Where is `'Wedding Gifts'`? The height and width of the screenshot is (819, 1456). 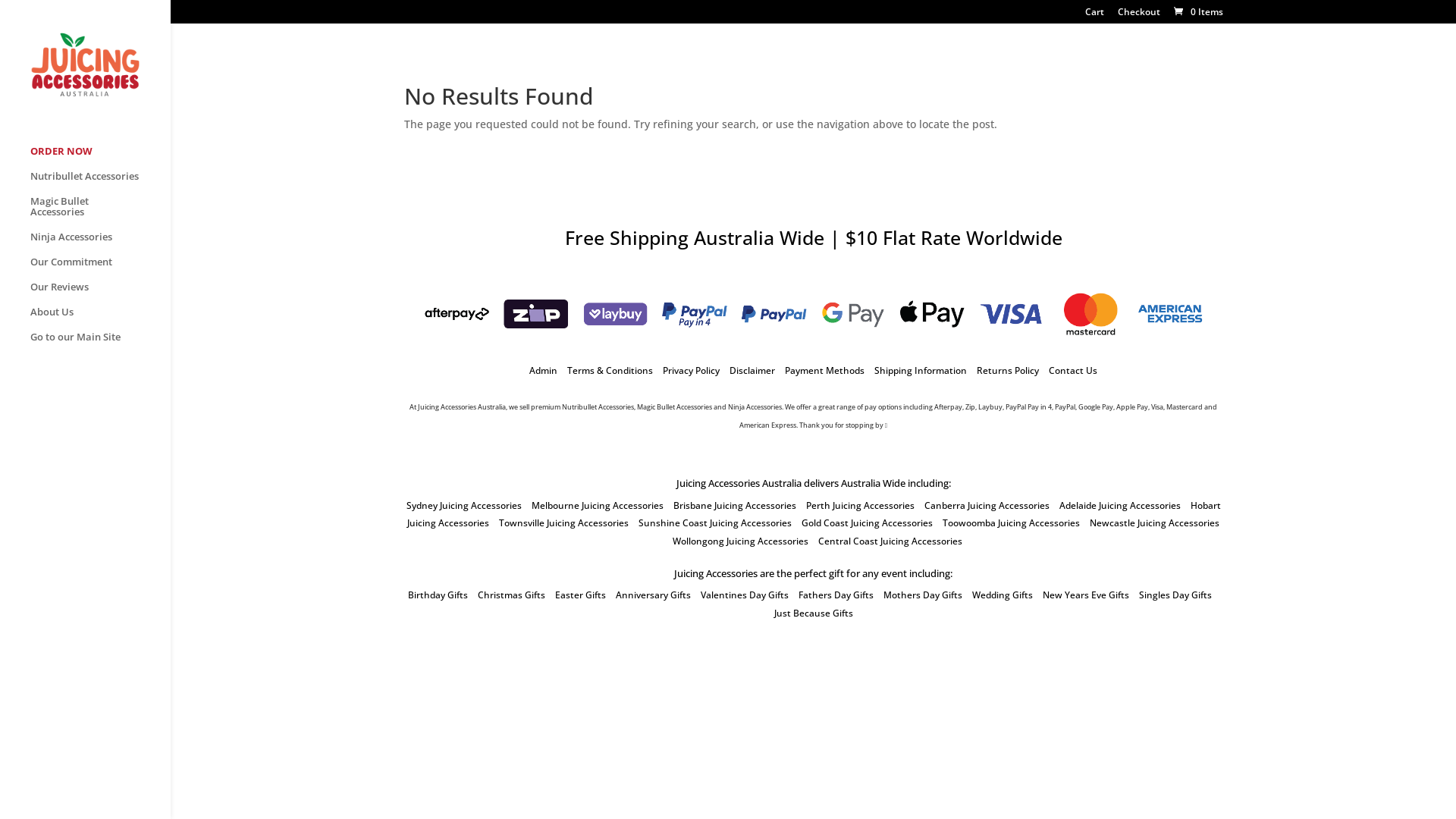
'Wedding Gifts' is located at coordinates (1002, 594).